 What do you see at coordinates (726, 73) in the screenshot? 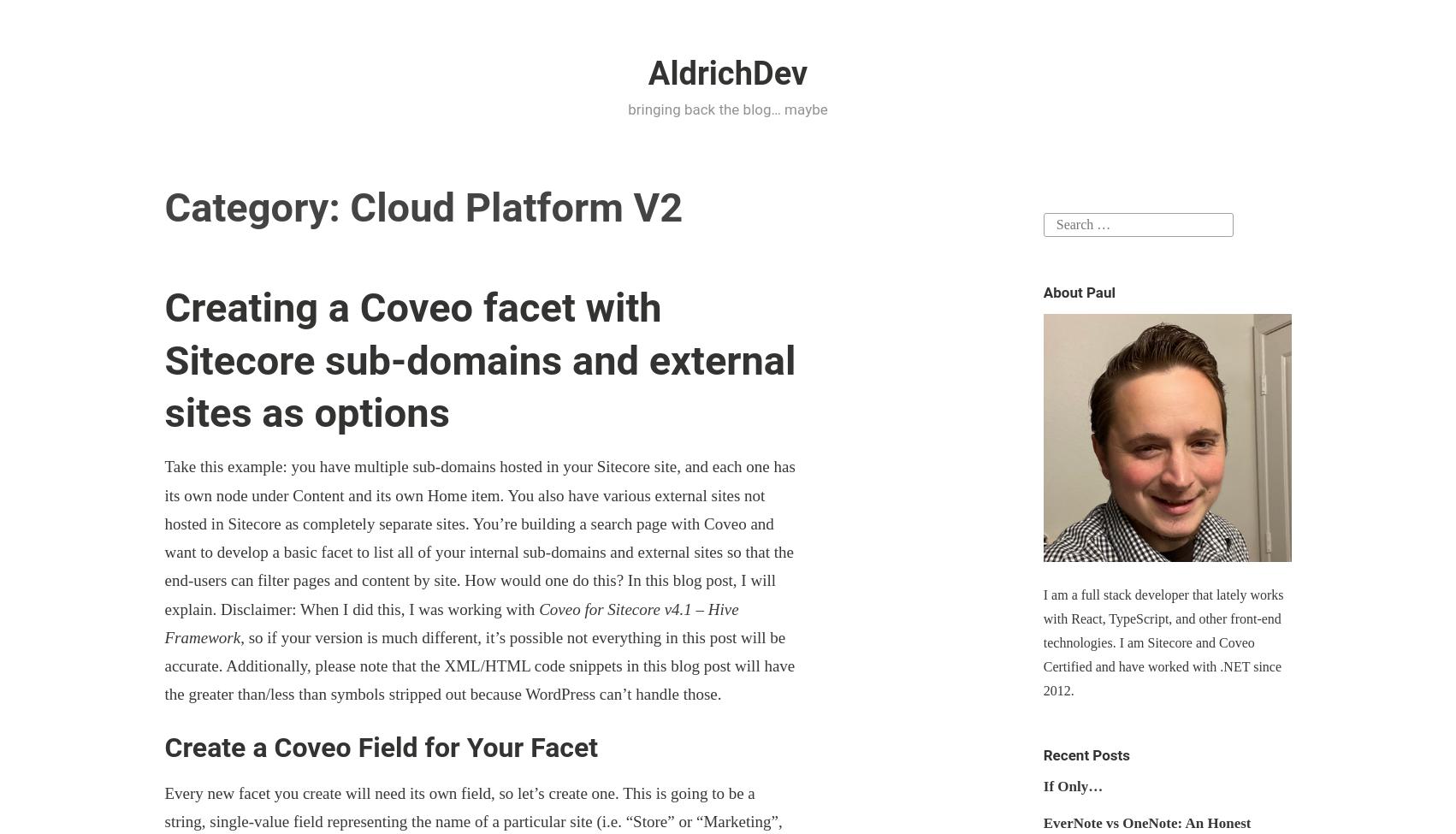
I see `'AldrichDev'` at bounding box center [726, 73].